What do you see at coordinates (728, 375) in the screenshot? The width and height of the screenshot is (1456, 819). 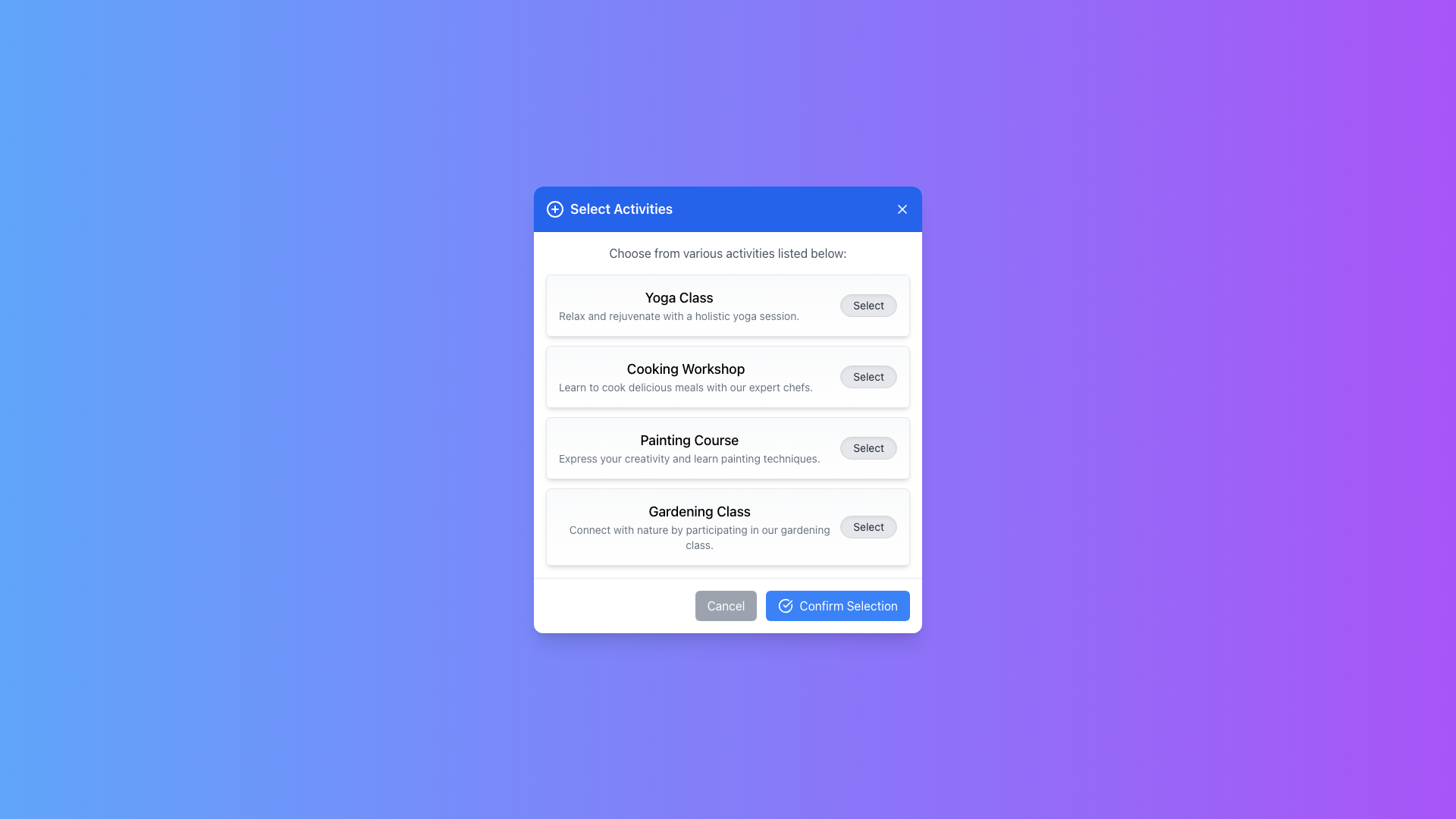 I see `information provided on the 'Cooking Workshop' card, which is the second card in the 'Select Activities' dialog box, located beneath the 'Yoga Class' card` at bounding box center [728, 375].